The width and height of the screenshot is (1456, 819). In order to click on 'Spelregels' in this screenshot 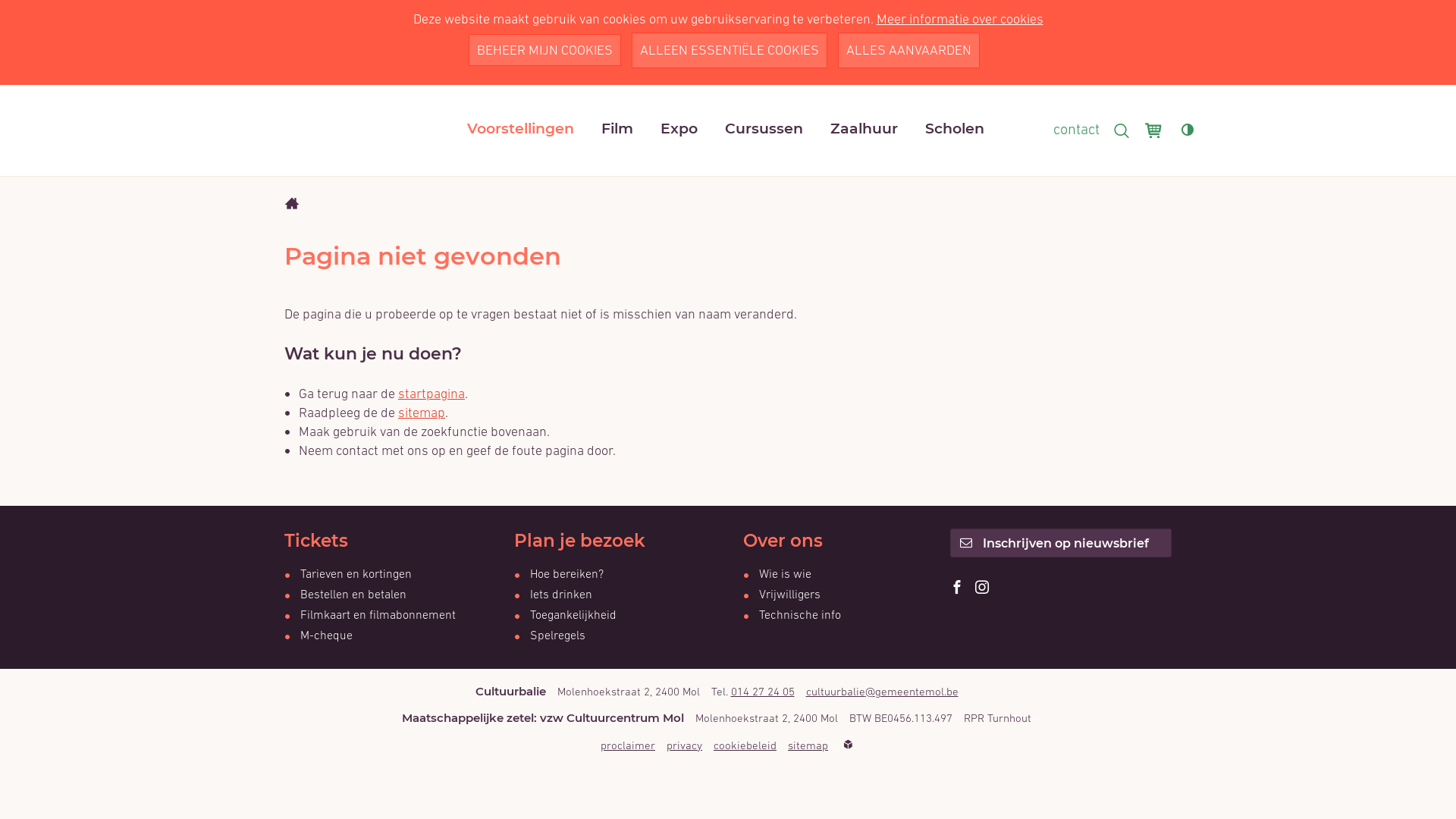, I will do `click(548, 635)`.